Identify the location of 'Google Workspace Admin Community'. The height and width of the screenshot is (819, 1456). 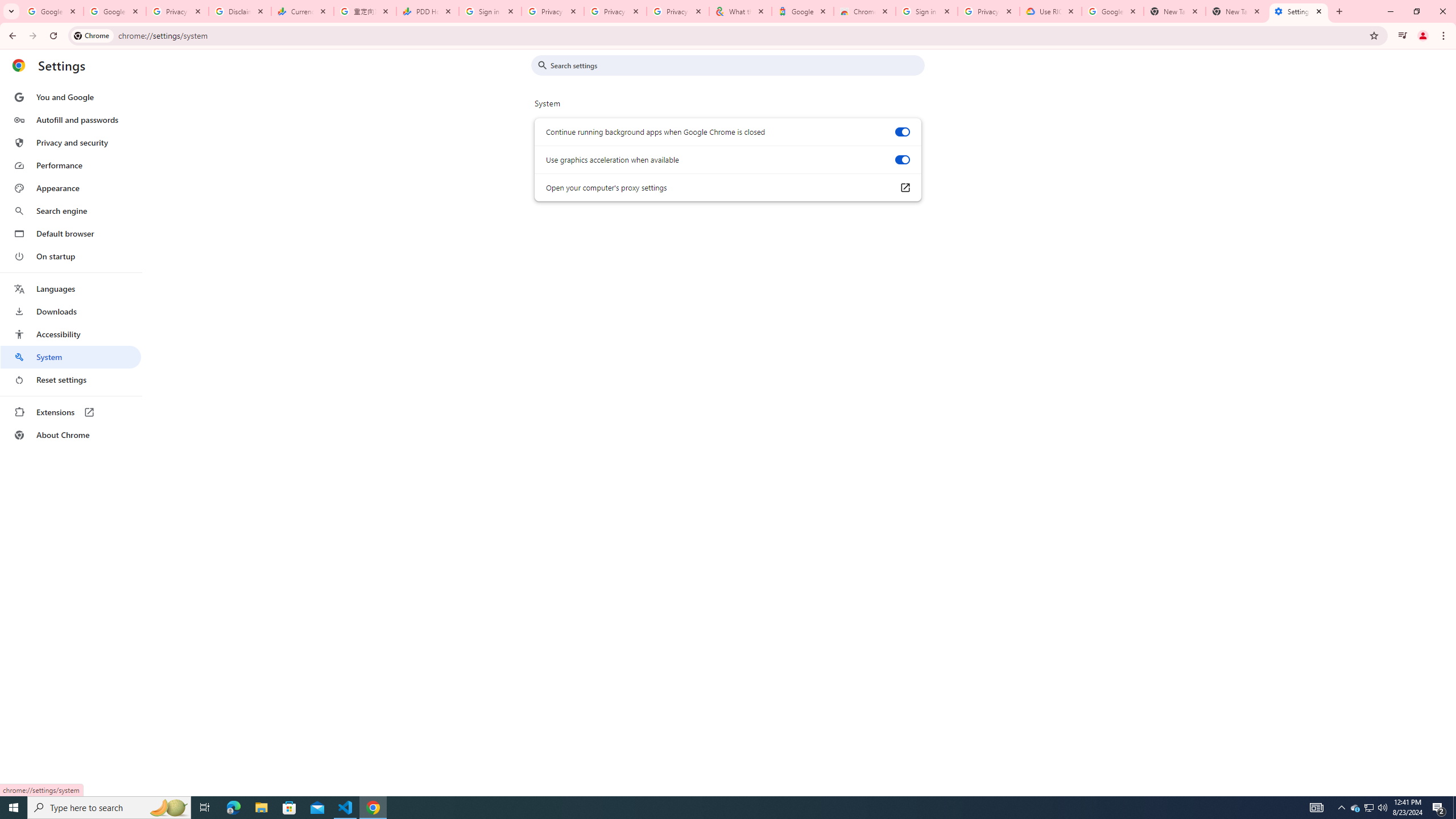
(52, 11).